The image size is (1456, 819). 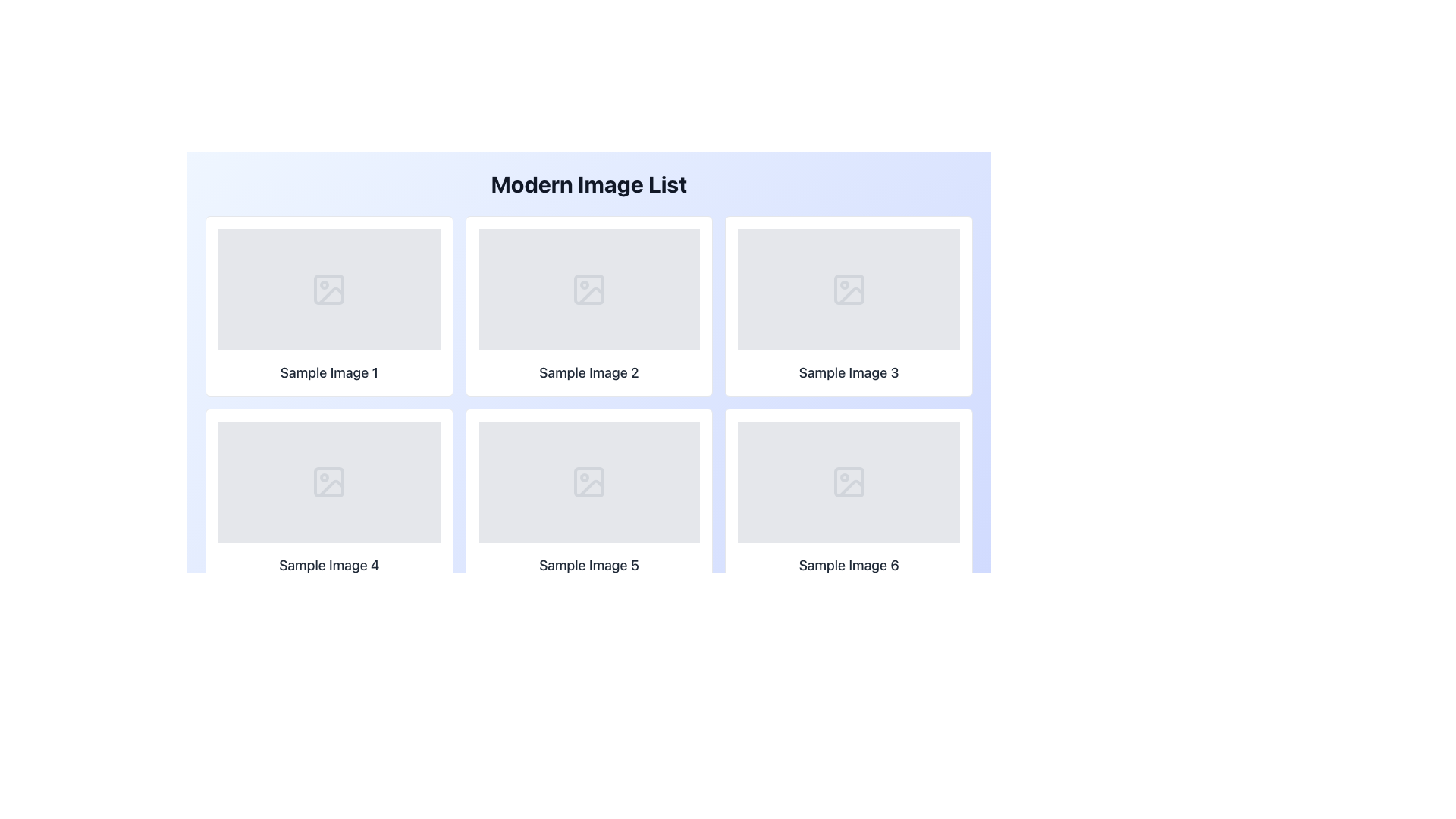 What do you see at coordinates (588, 373) in the screenshot?
I see `the text label located directly below the thumbnail labeled 'Sample Image 2' in the second column of the first row, which provides a description for the associated image` at bounding box center [588, 373].